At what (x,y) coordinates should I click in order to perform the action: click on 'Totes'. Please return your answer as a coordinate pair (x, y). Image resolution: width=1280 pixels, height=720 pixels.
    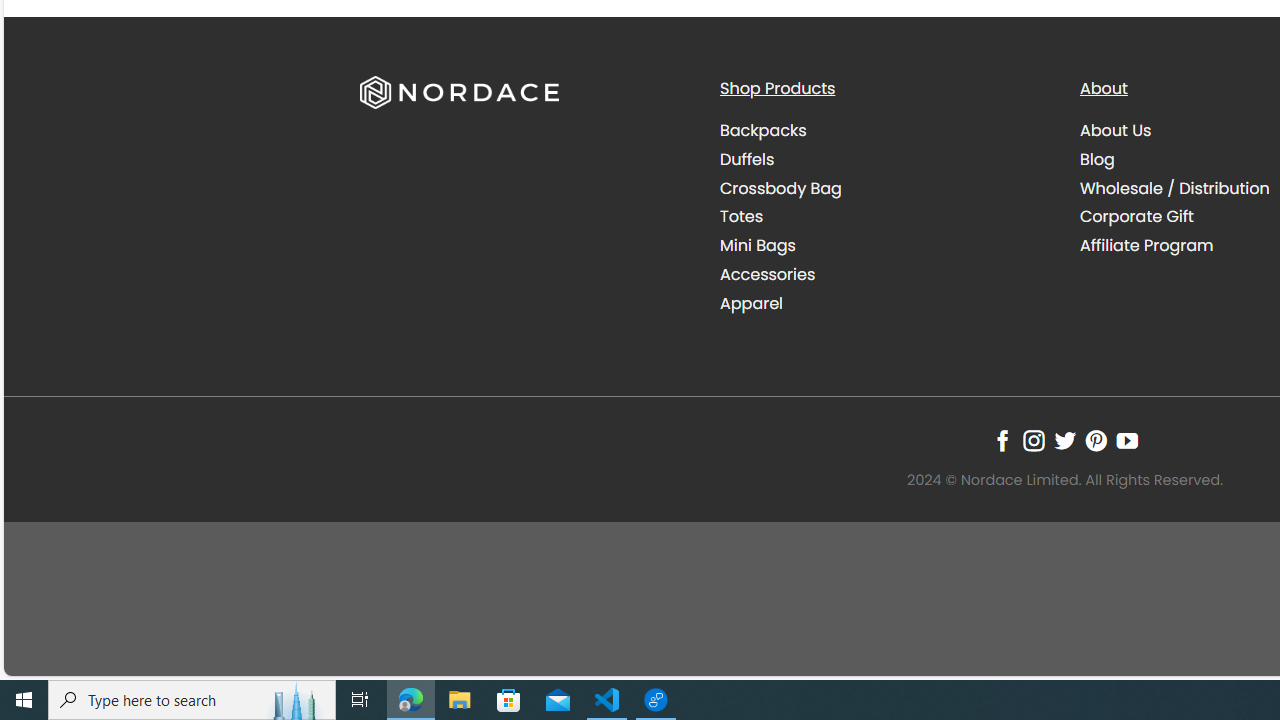
    Looking at the image, I should click on (740, 217).